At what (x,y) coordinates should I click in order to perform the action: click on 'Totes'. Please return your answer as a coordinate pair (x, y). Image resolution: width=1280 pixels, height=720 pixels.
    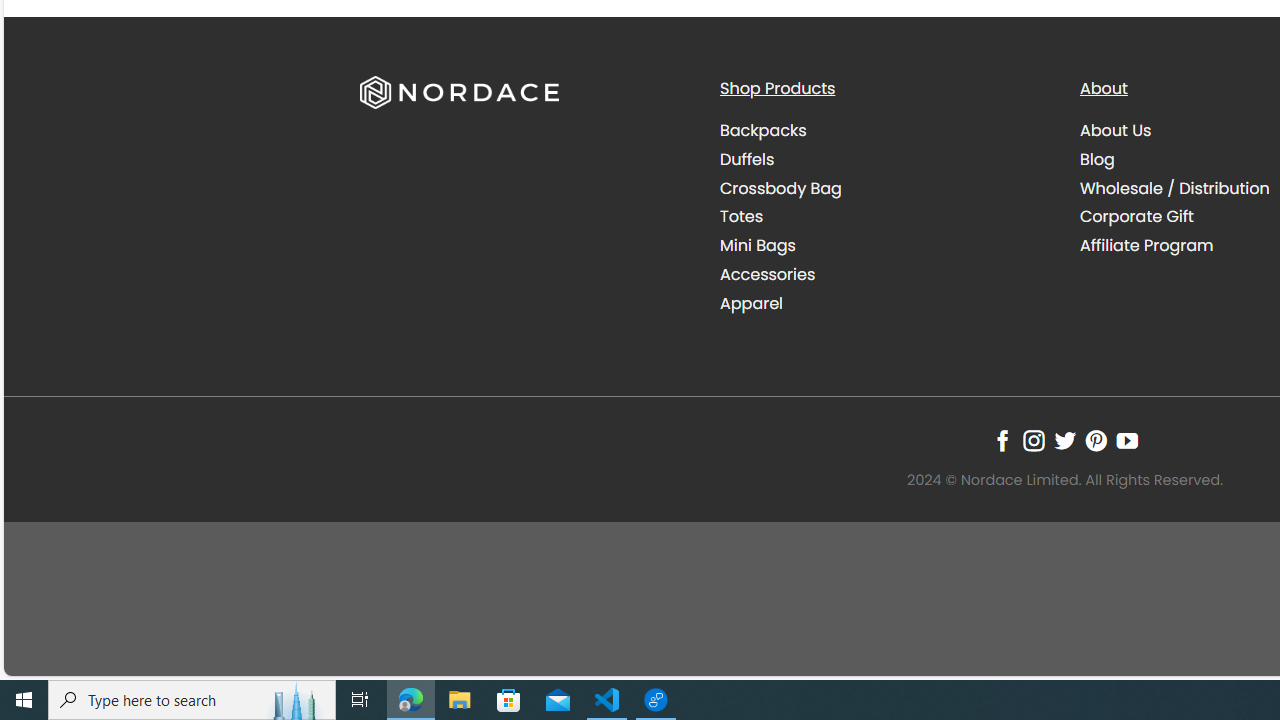
    Looking at the image, I should click on (740, 217).